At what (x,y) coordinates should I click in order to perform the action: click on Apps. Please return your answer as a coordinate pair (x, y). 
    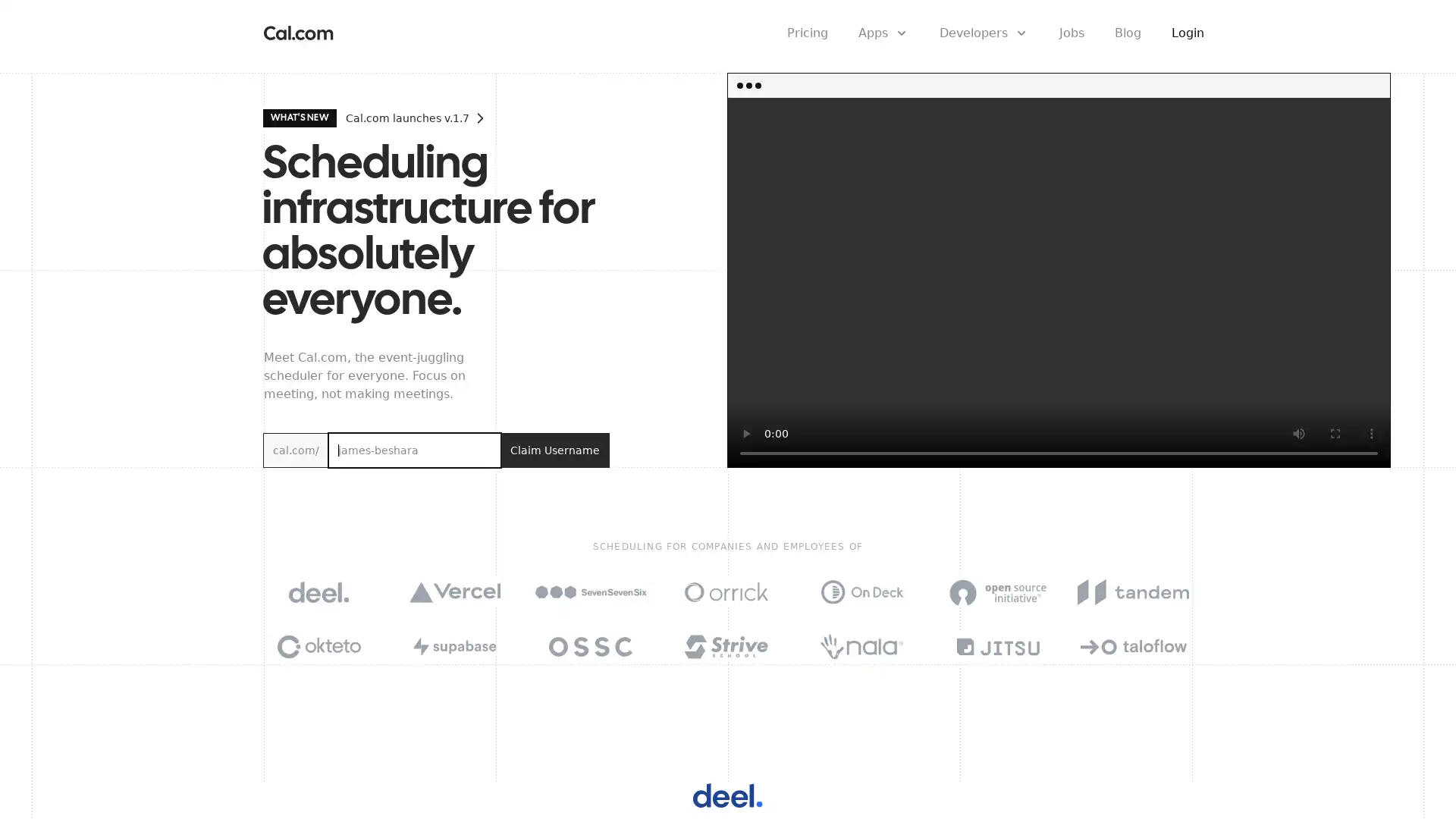
    Looking at the image, I should click on (883, 33).